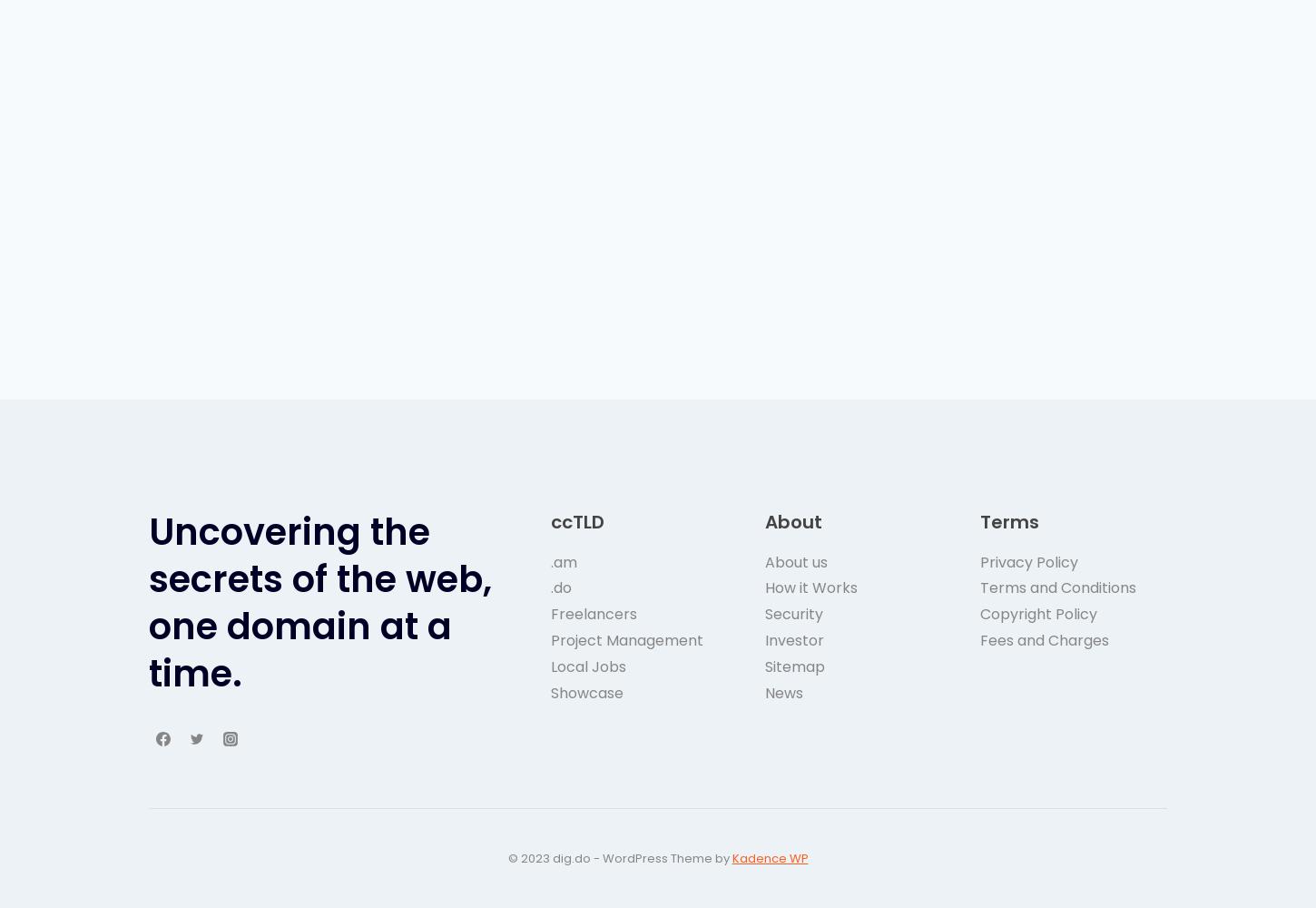 This screenshot has width=1316, height=908. I want to click on 'Sitemap', so click(793, 665).